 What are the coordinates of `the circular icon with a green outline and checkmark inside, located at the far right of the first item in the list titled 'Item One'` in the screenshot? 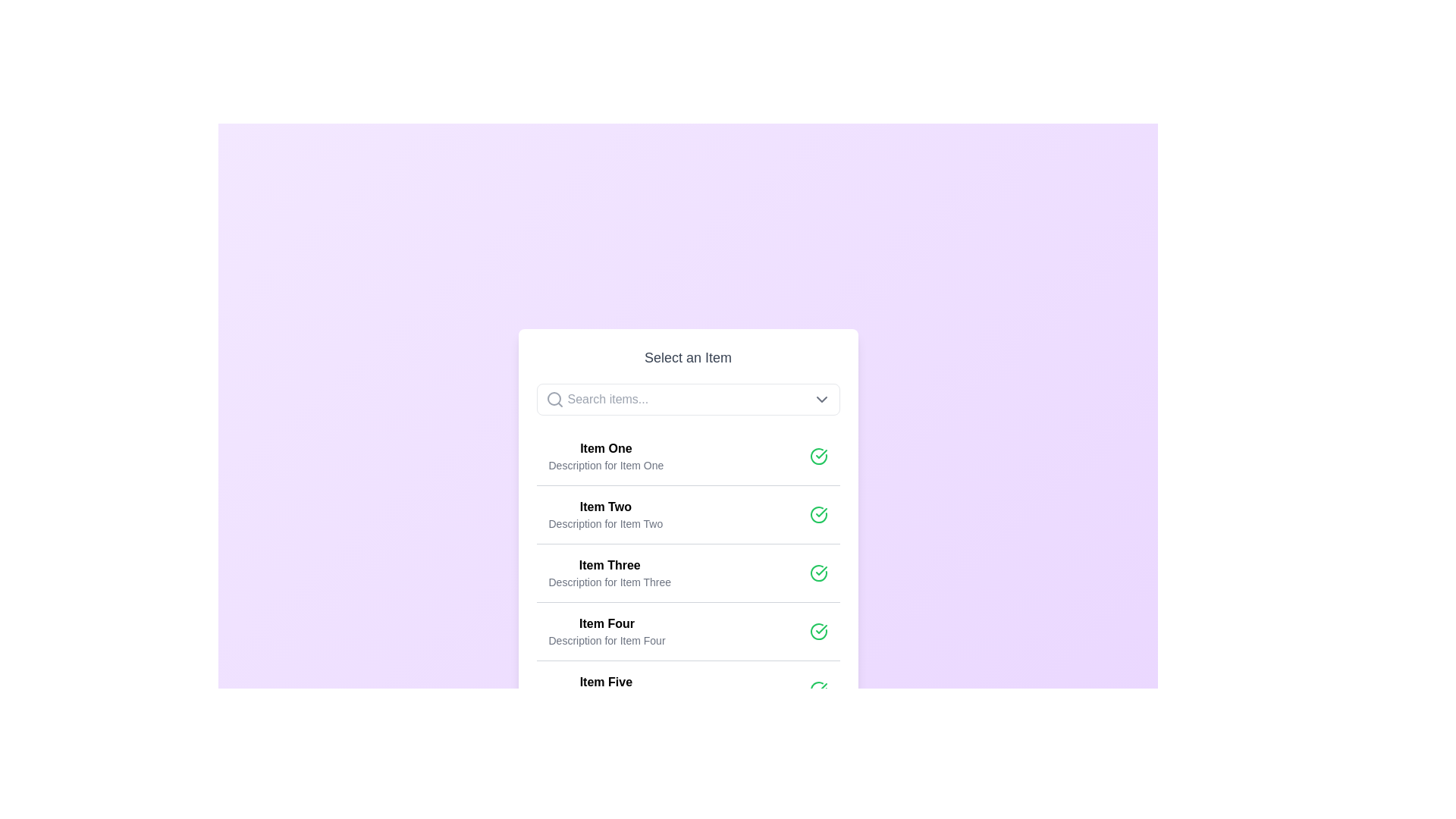 It's located at (817, 455).